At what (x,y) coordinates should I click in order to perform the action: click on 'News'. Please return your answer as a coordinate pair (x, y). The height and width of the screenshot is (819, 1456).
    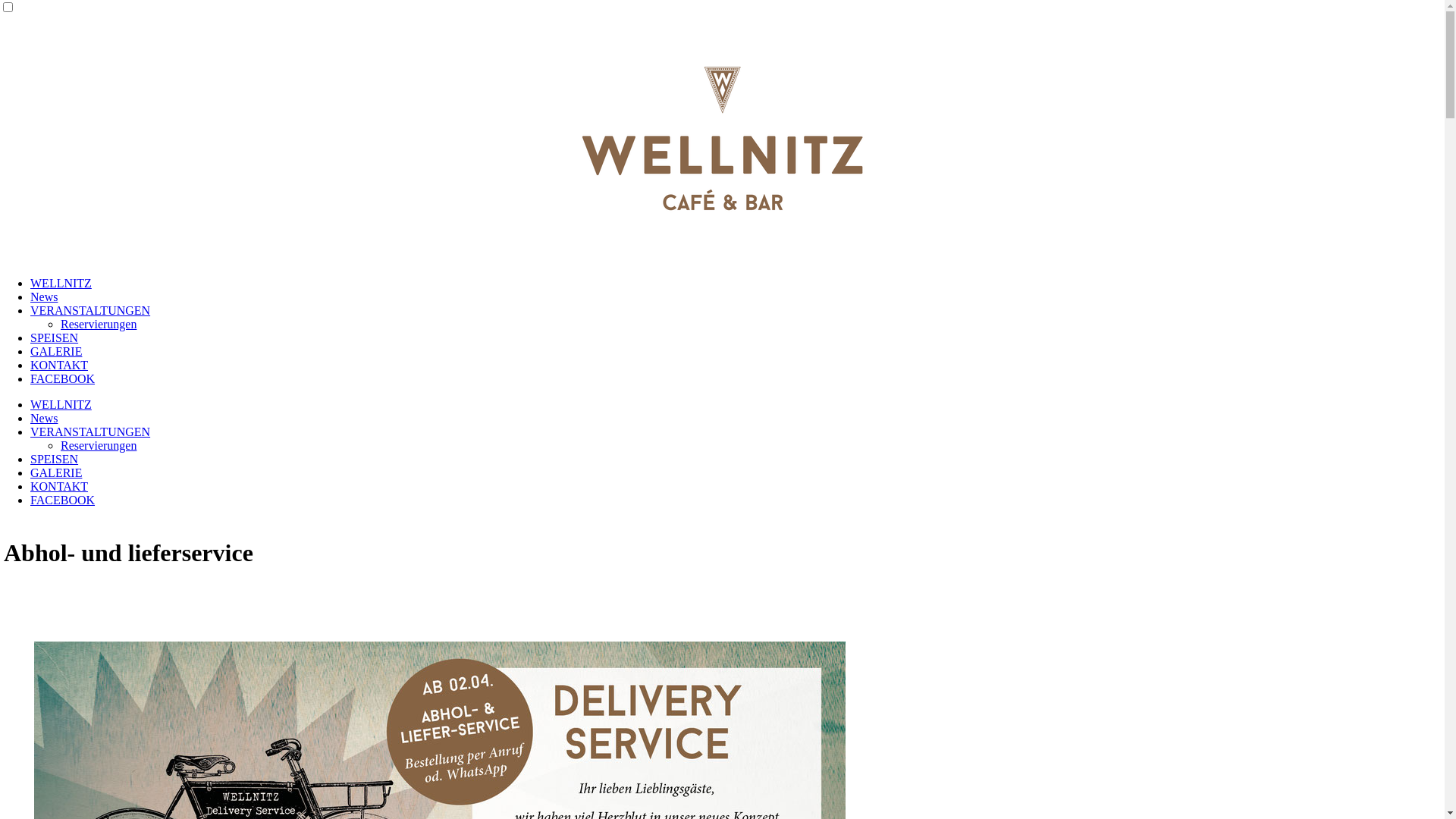
    Looking at the image, I should click on (43, 418).